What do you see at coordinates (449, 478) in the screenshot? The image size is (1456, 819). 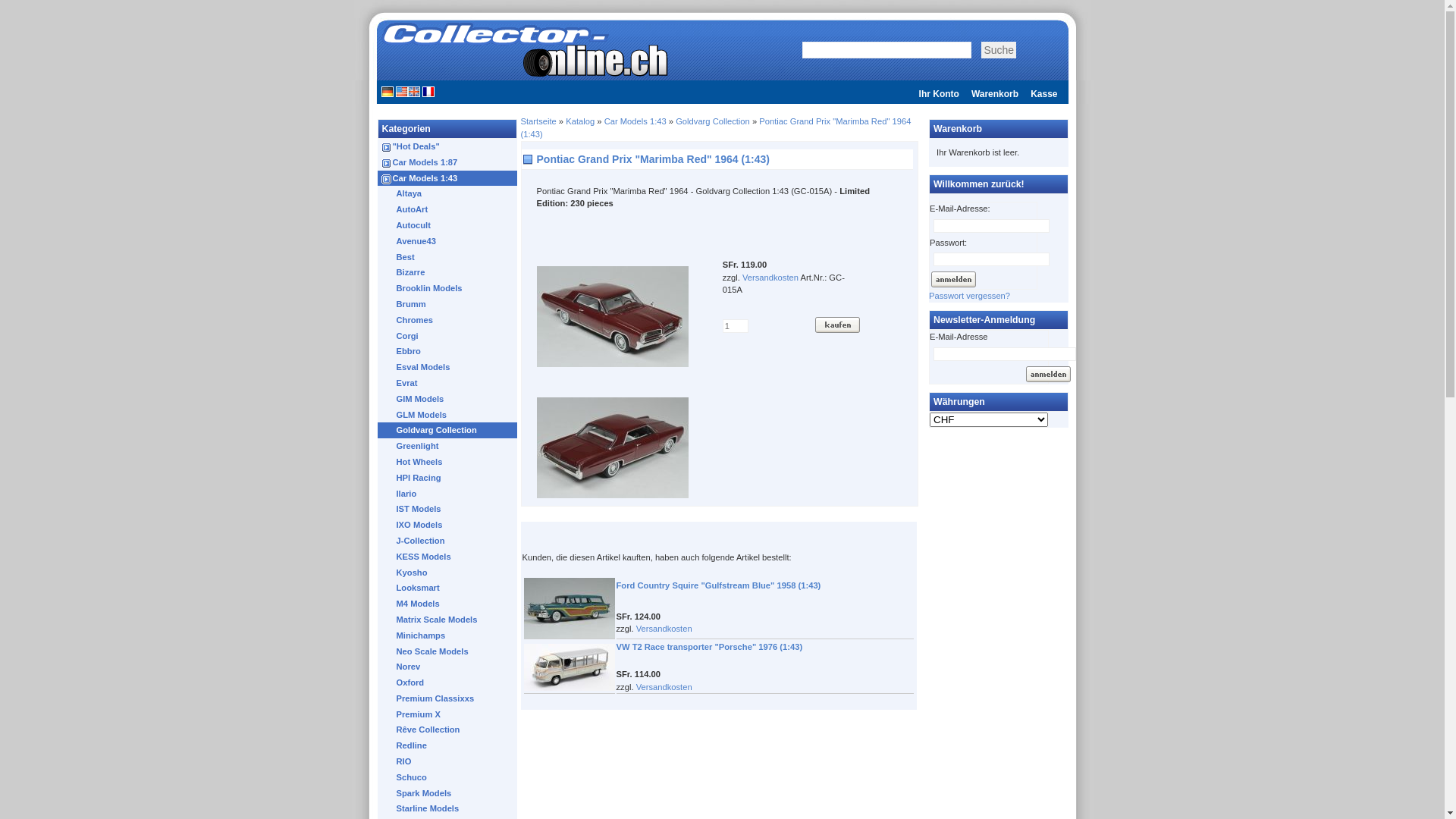 I see `'HPI Racing'` at bounding box center [449, 478].